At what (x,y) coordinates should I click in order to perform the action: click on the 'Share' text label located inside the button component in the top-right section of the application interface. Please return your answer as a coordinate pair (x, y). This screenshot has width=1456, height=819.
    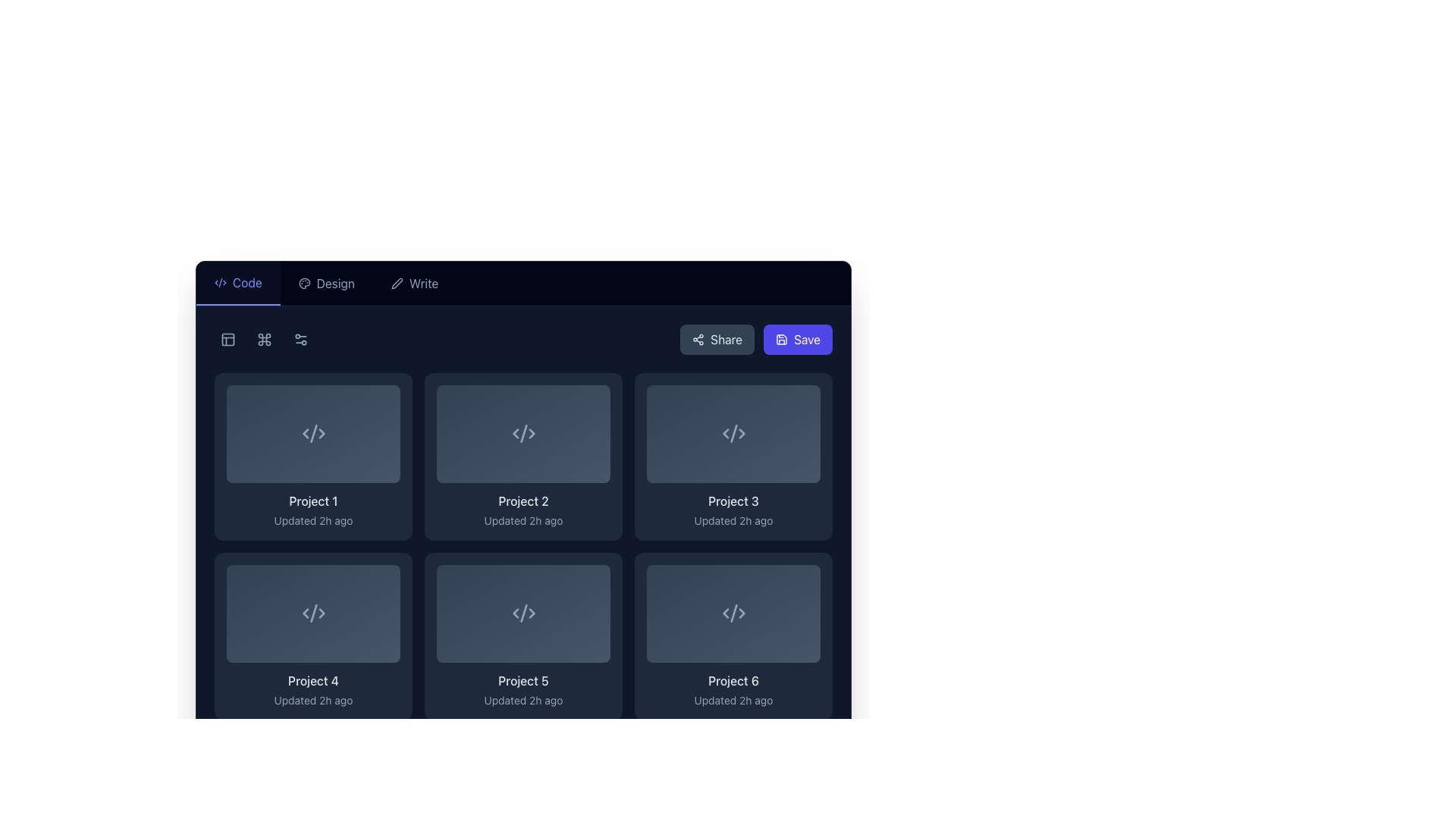
    Looking at the image, I should click on (726, 338).